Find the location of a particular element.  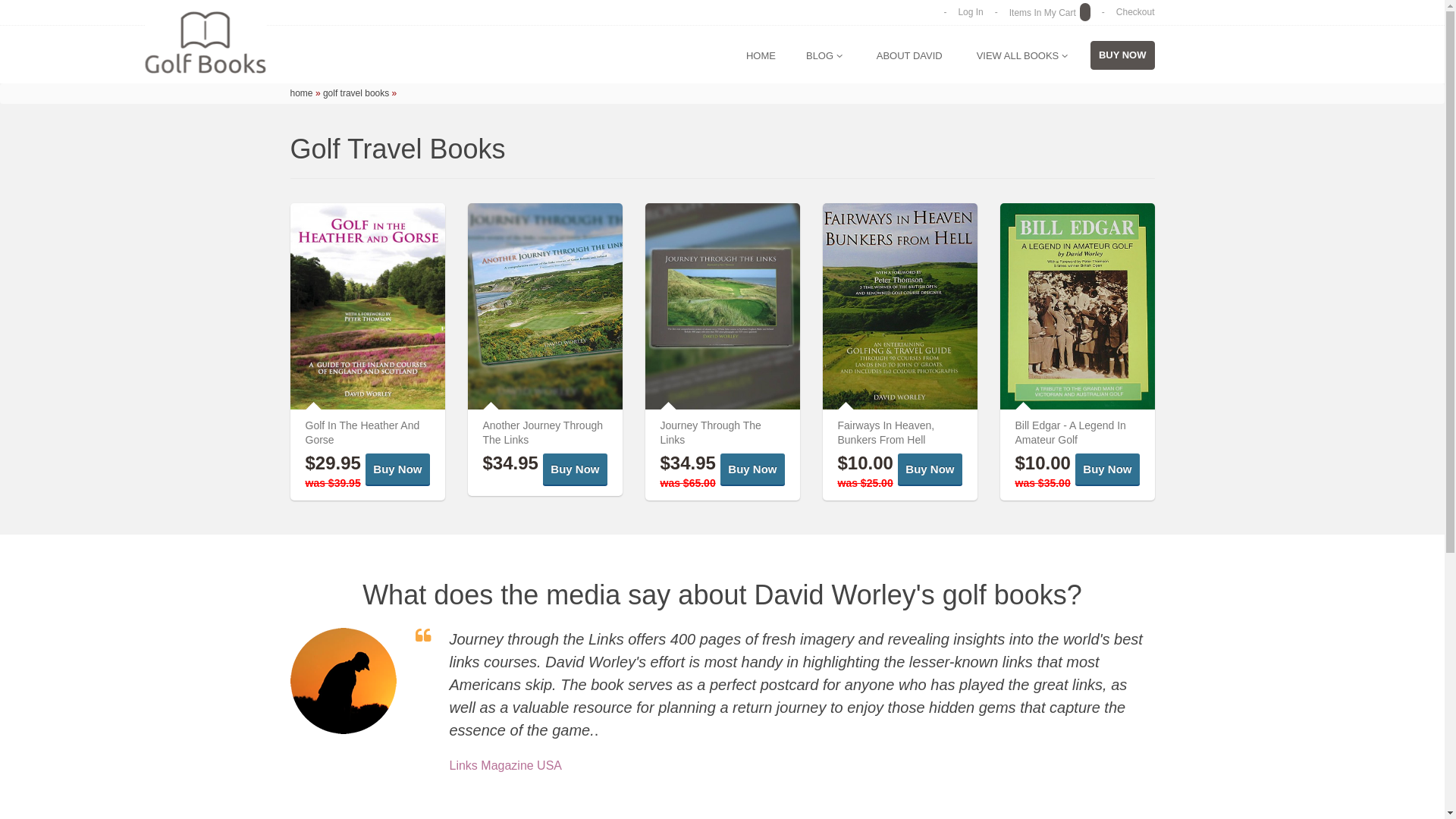

'Fairways In Heaven, Bunkers From Hell' is located at coordinates (836, 432).